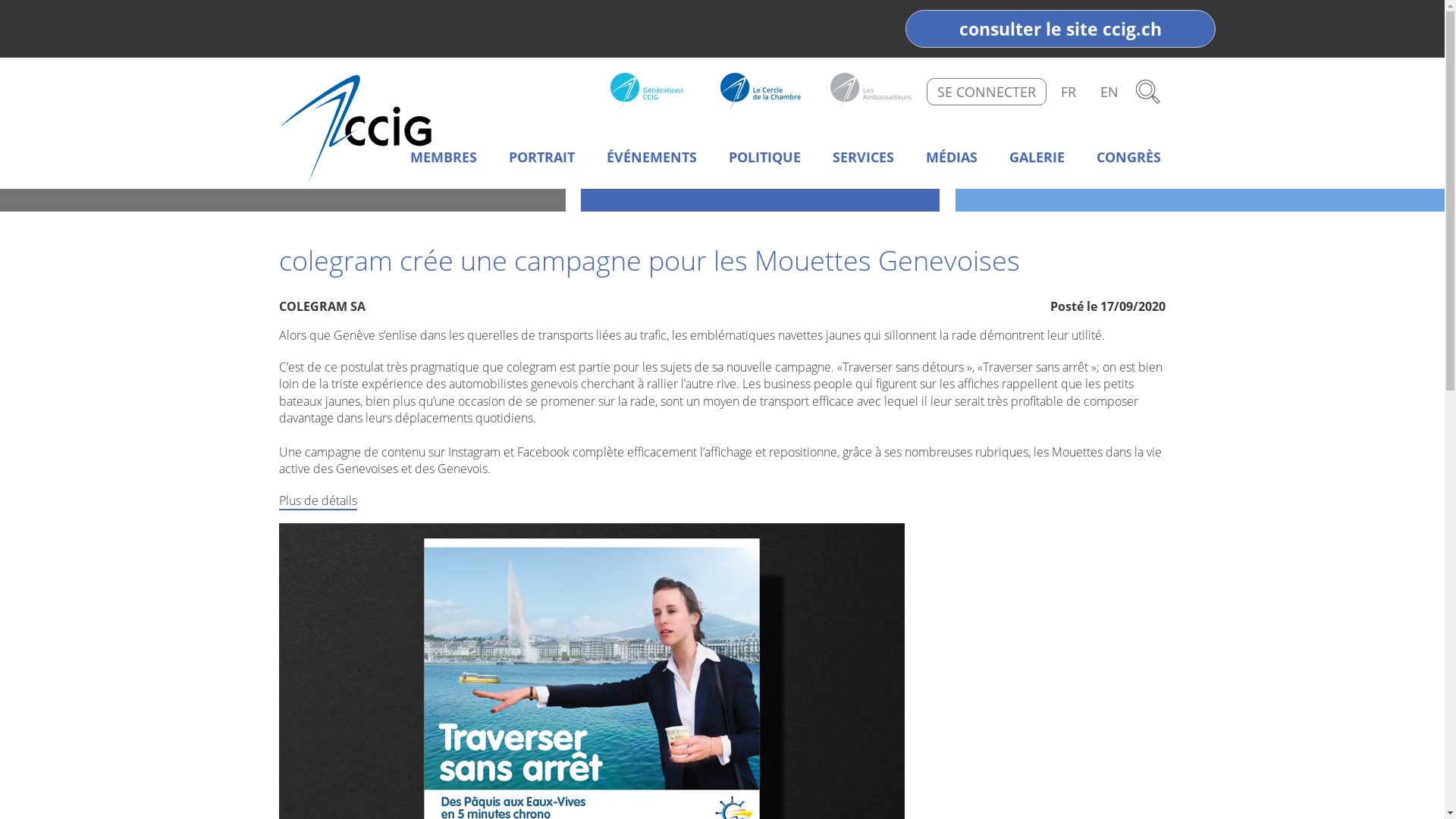  Describe the element at coordinates (764, 158) in the screenshot. I see `'POLITIQUE'` at that location.